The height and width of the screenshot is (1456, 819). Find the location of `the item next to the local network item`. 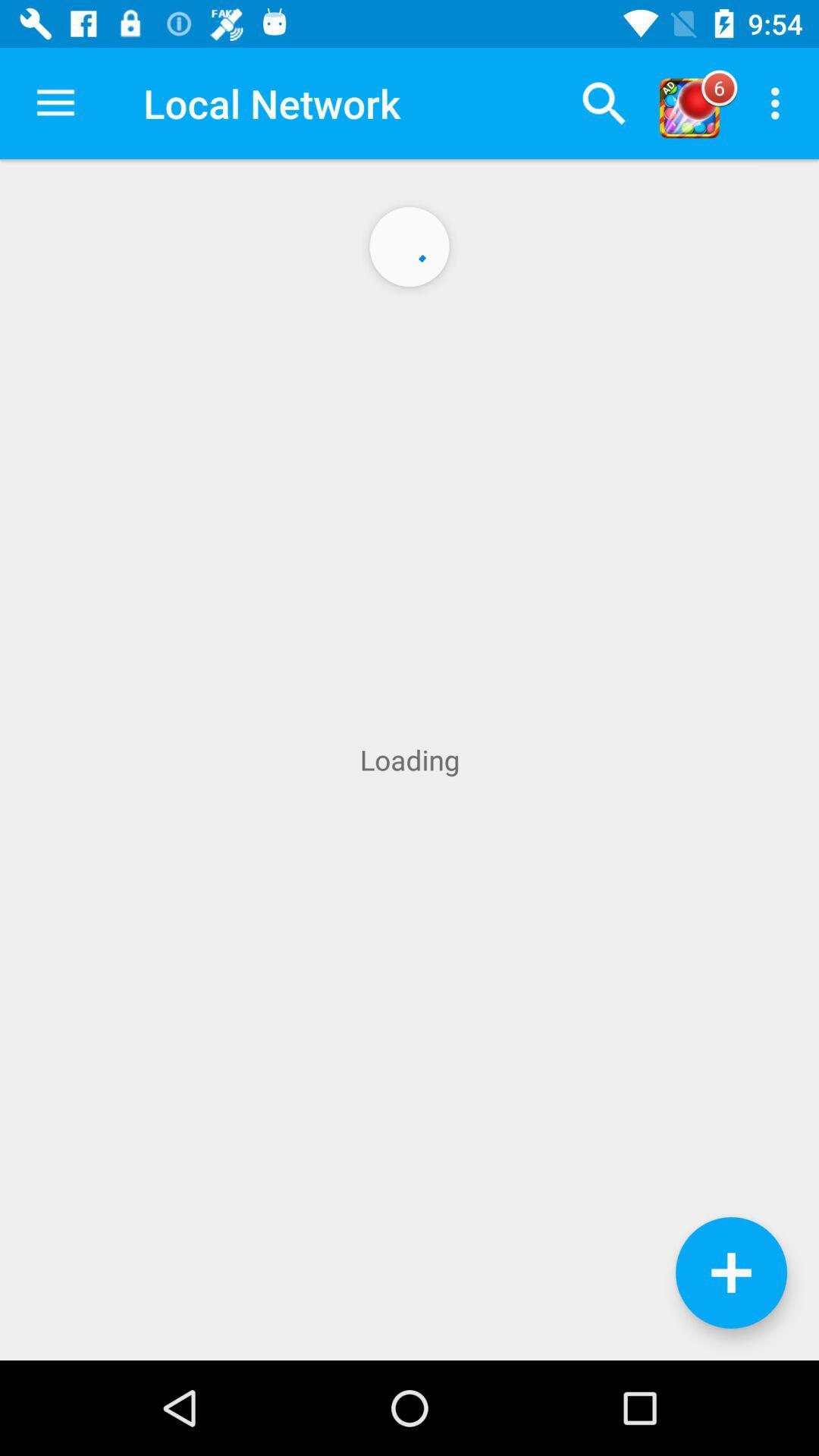

the item next to the local network item is located at coordinates (55, 102).